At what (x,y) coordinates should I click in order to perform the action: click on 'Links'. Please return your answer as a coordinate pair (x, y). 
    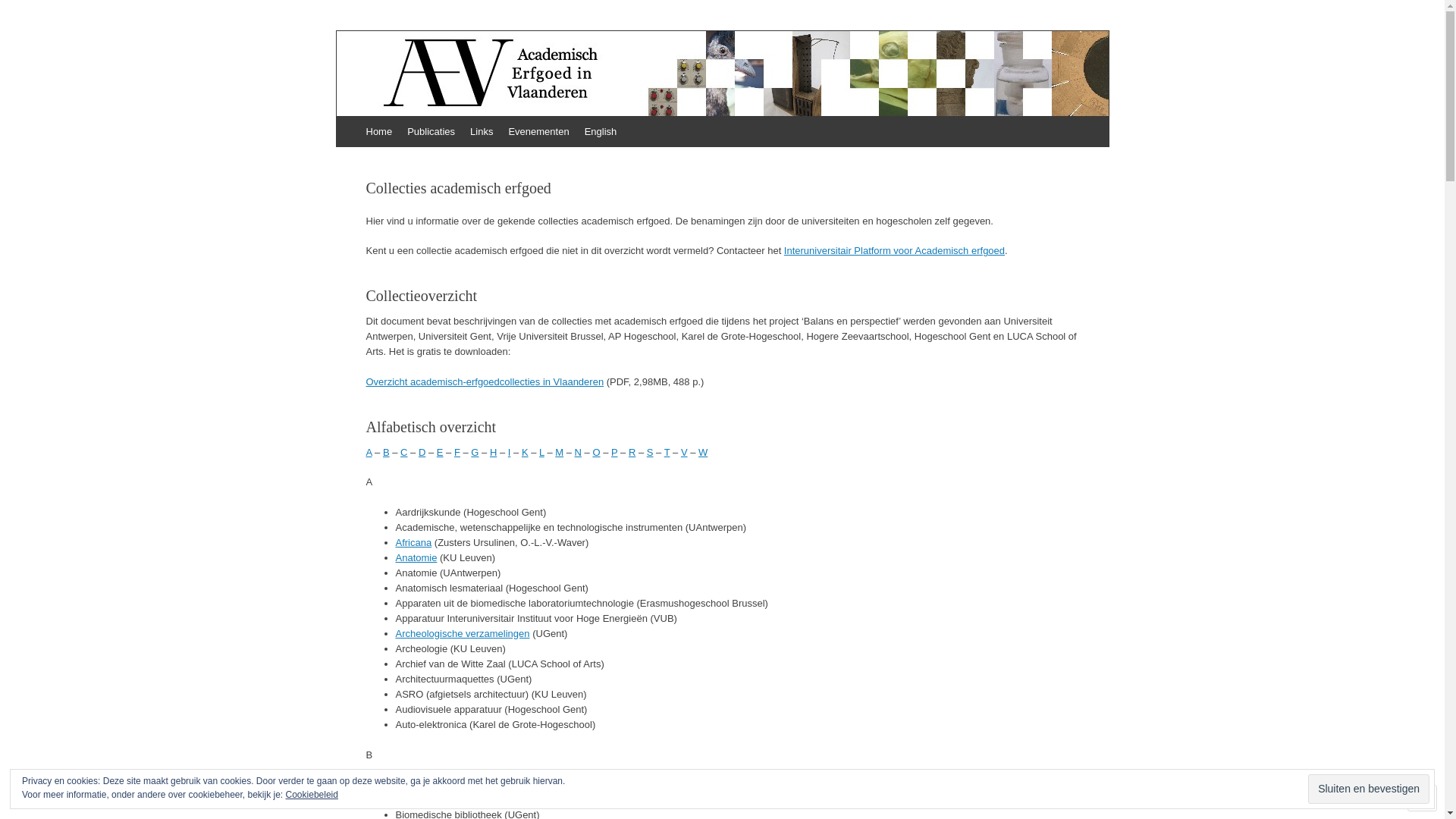
    Looking at the image, I should click on (480, 130).